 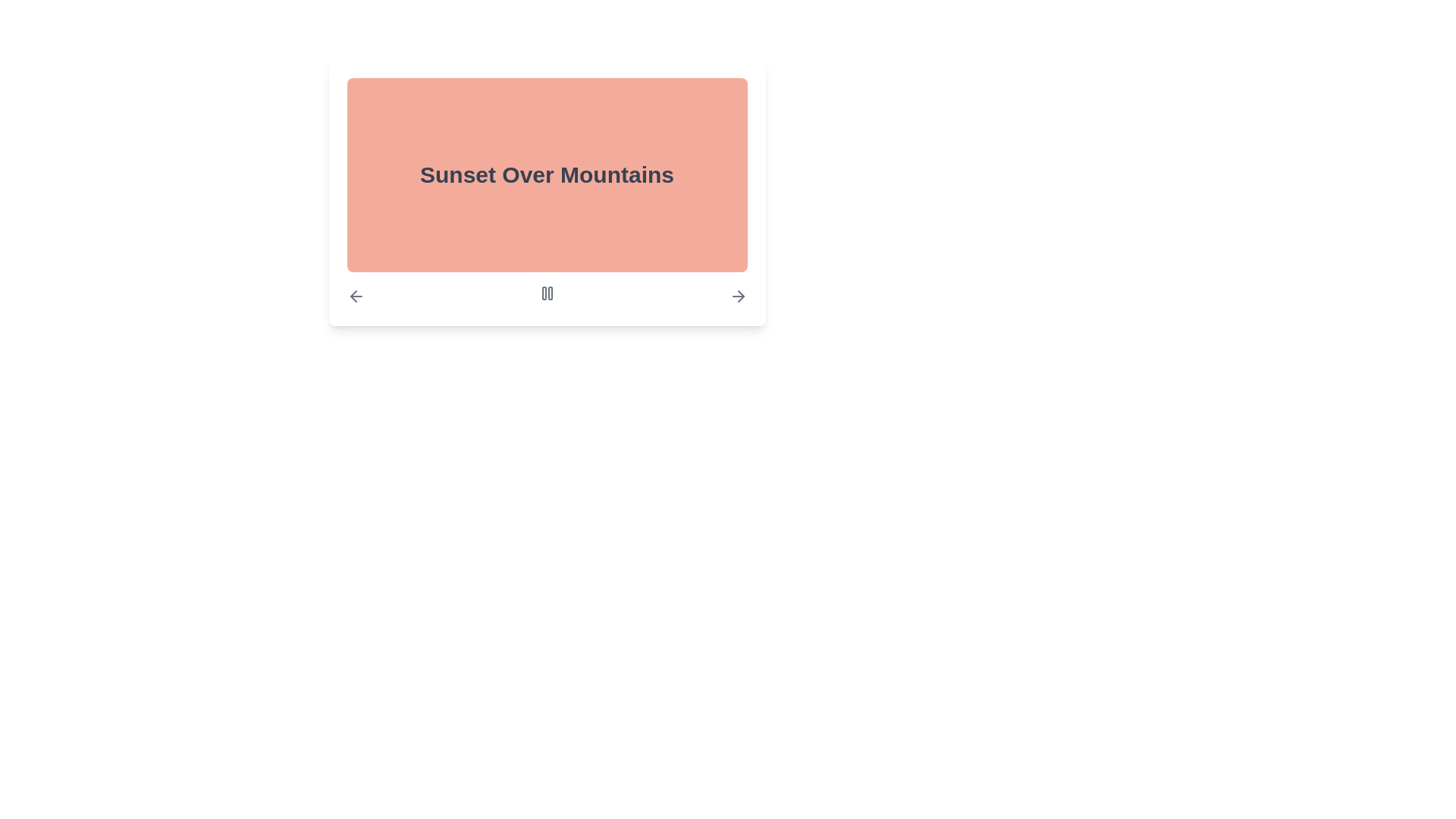 What do you see at coordinates (546, 296) in the screenshot?
I see `the twin-shaped pause button icon located centrally beneath the 'Sunset Over Mountains' text` at bounding box center [546, 296].